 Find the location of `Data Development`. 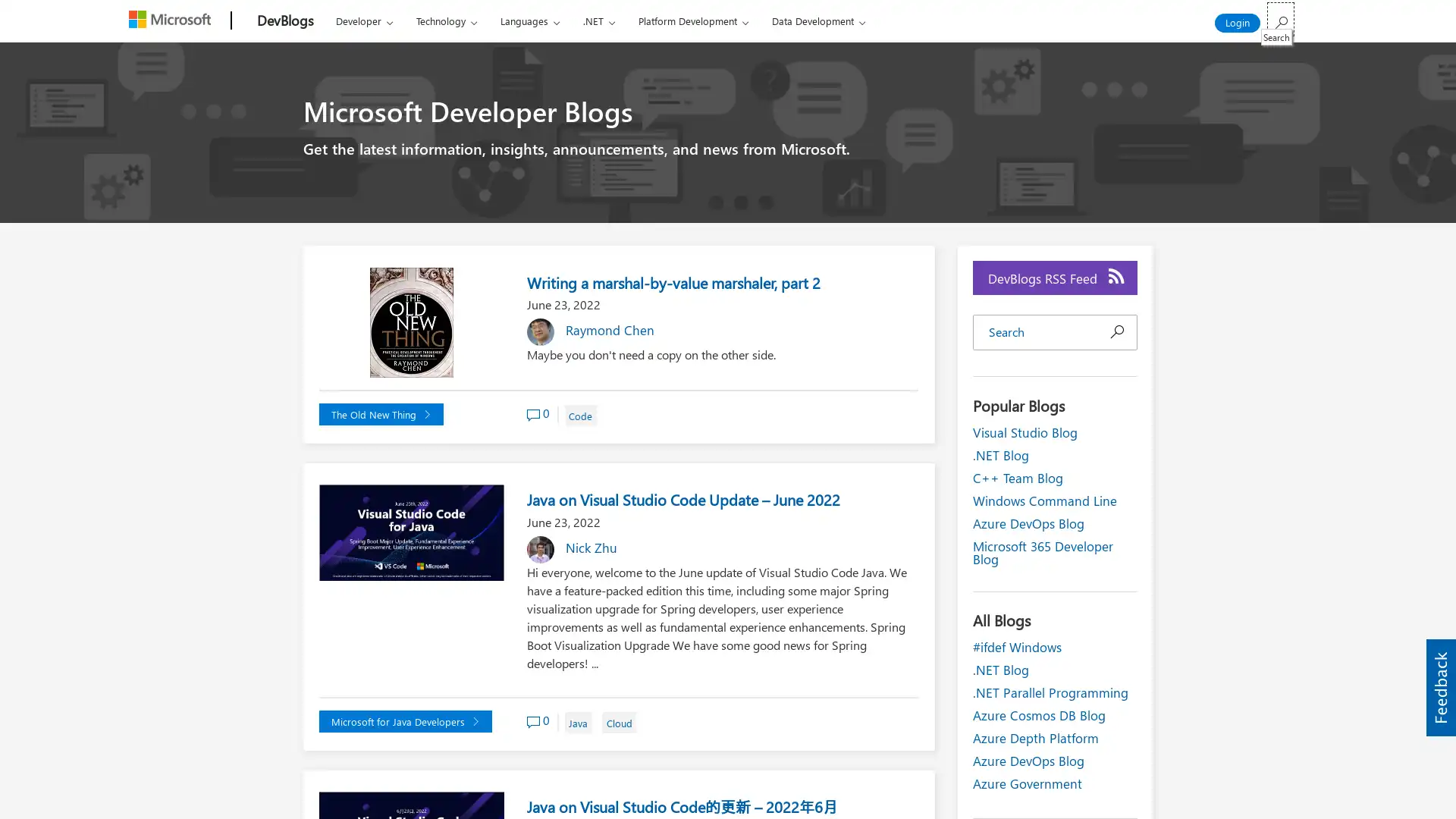

Data Development is located at coordinates (817, 20).